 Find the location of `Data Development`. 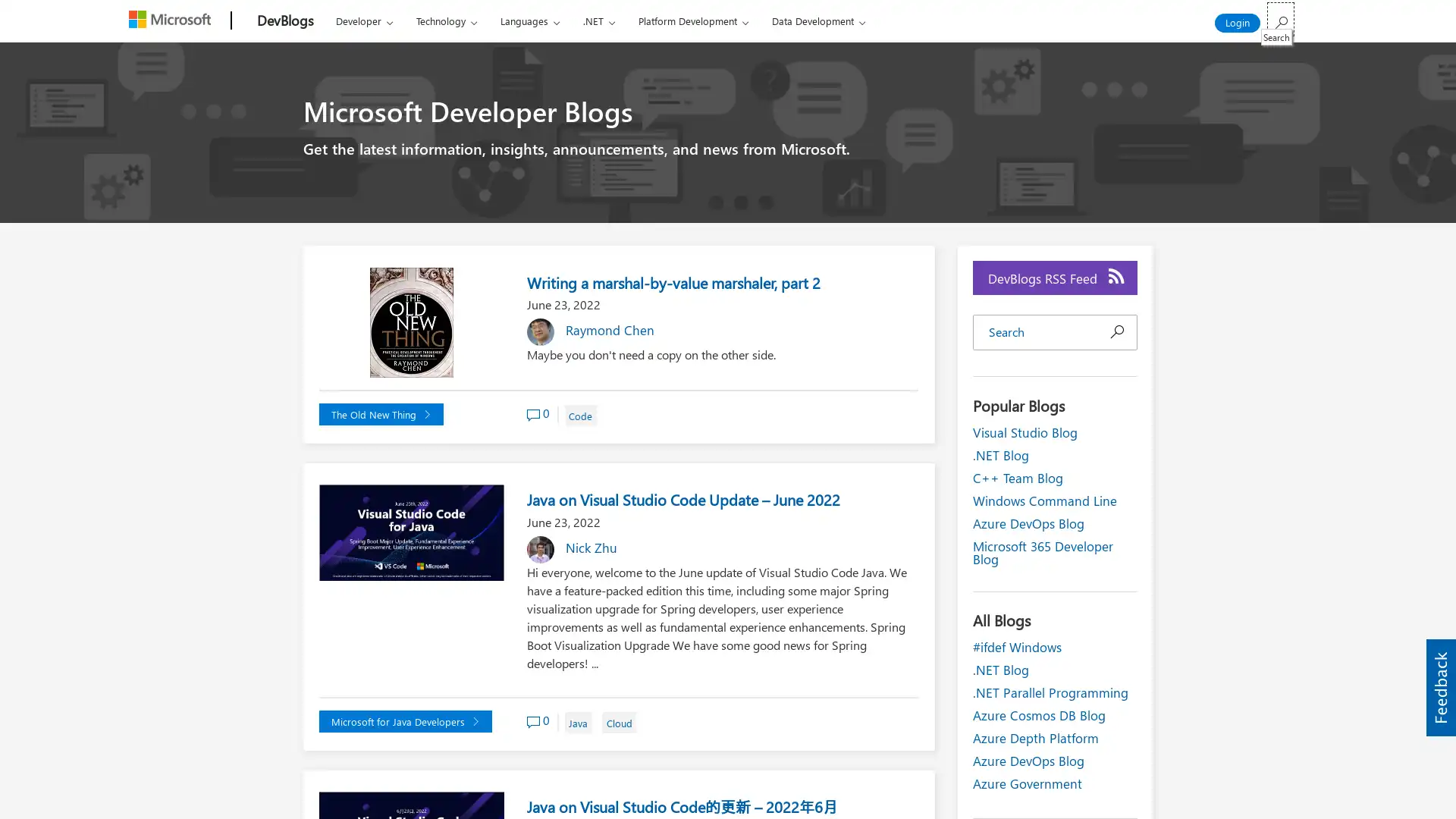

Data Development is located at coordinates (817, 20).